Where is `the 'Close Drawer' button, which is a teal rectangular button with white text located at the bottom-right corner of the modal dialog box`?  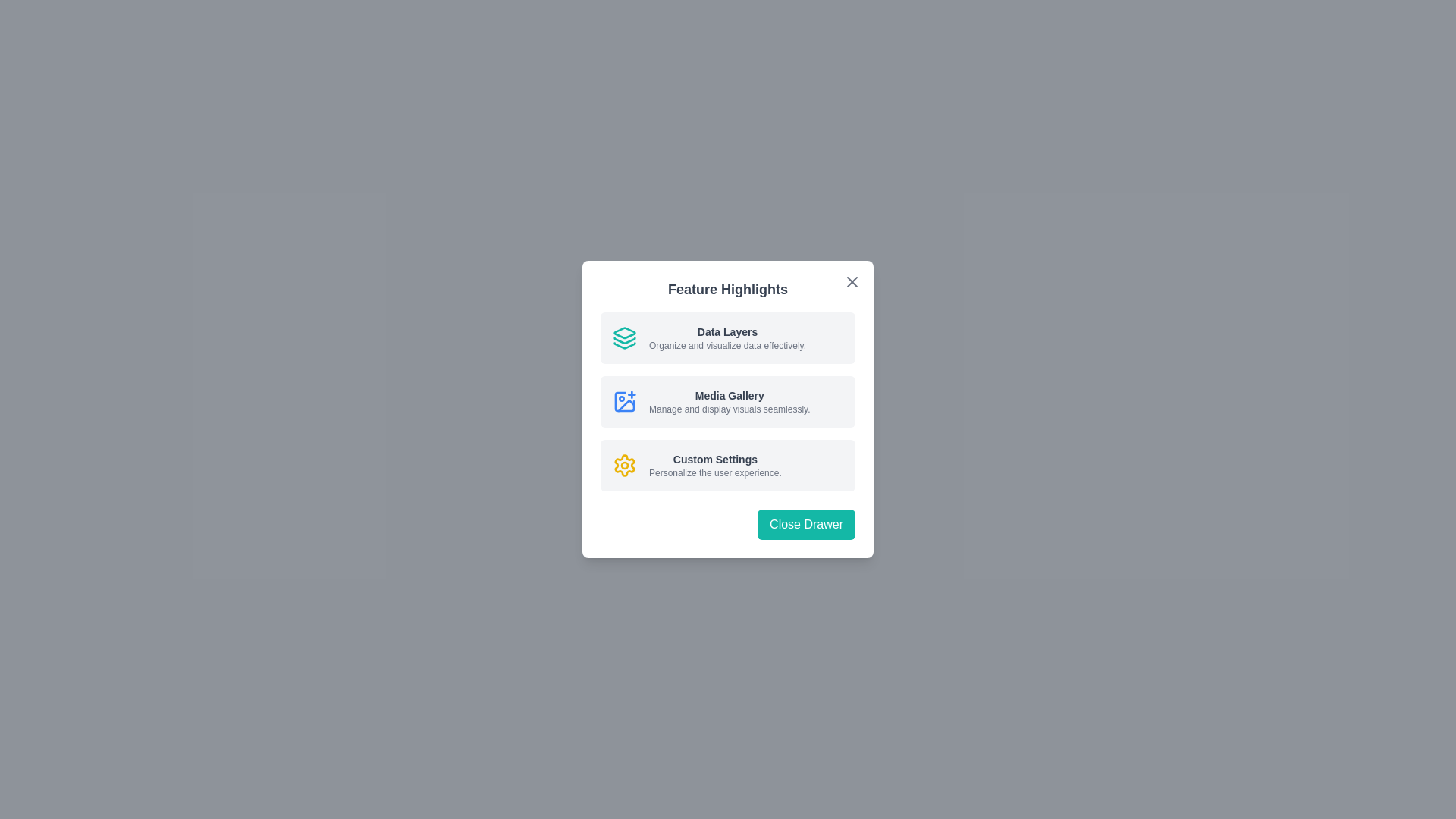
the 'Close Drawer' button, which is a teal rectangular button with white text located at the bottom-right corner of the modal dialog box is located at coordinates (805, 523).